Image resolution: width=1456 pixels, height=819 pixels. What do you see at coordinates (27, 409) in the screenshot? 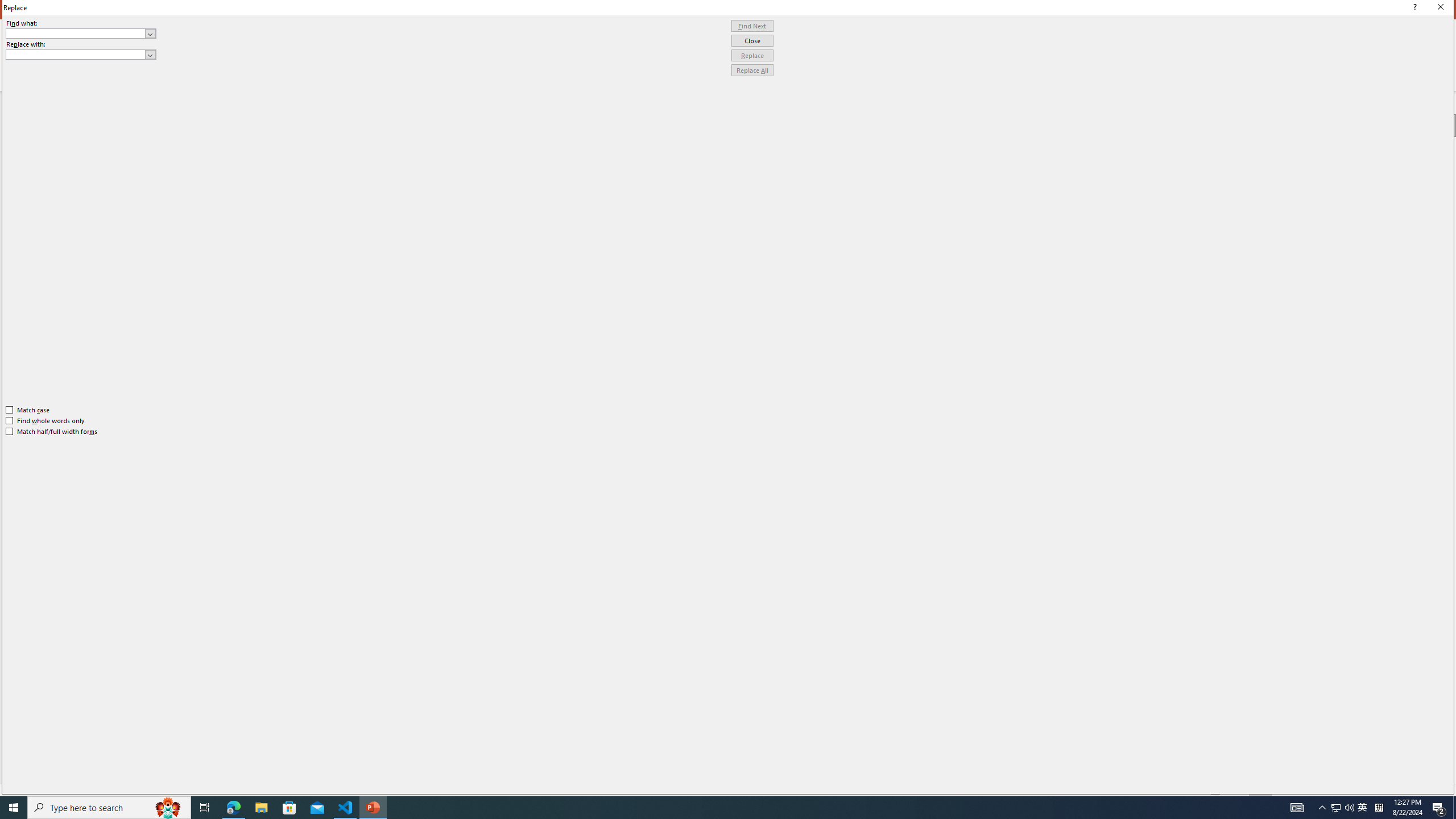
I see `'Match case'` at bounding box center [27, 409].